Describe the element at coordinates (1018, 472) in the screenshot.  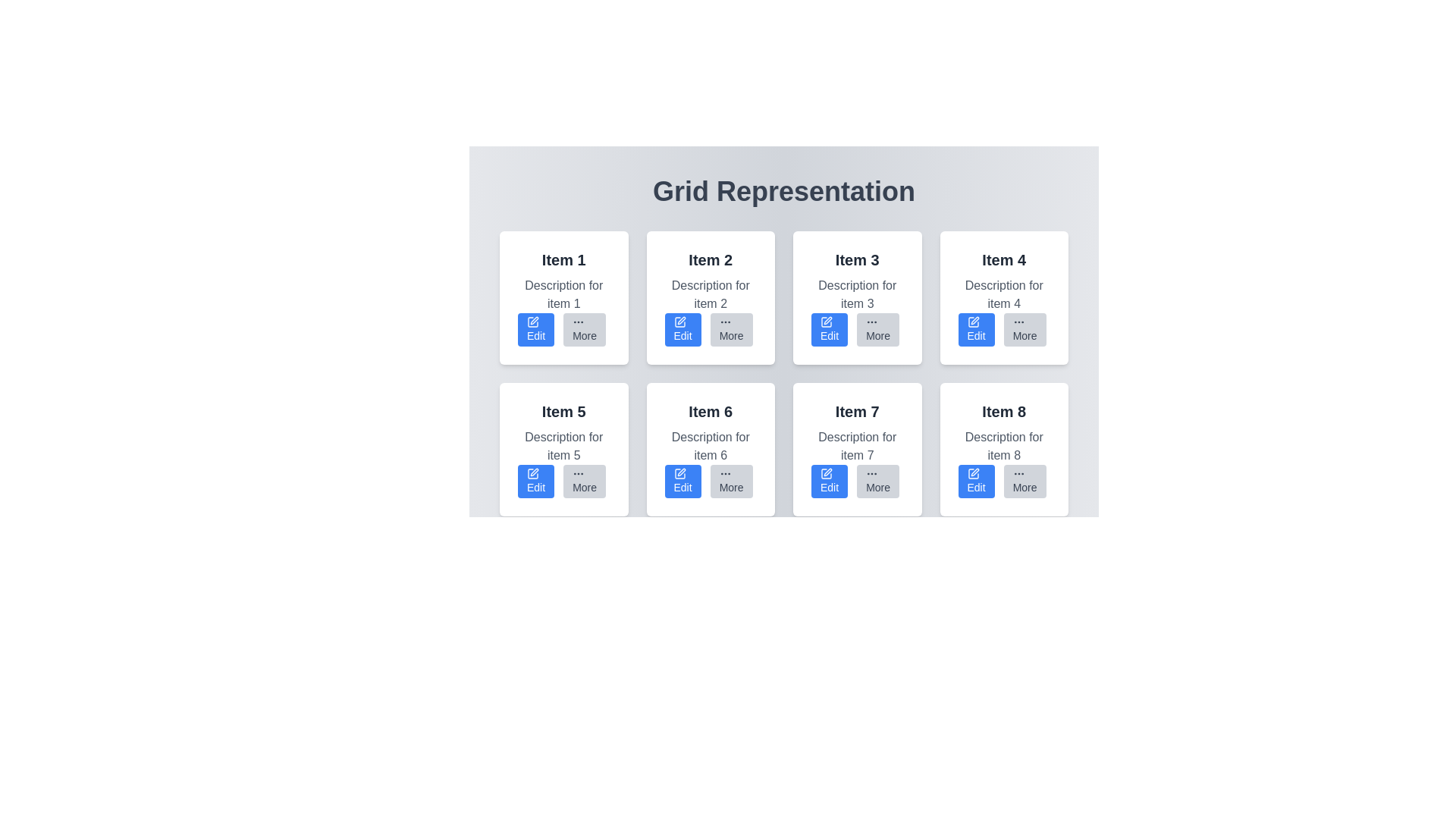
I see `the horizontally-aligned group of three equally spaced dots, styled with gray color, located within the 'More' button of the card for 'Item 8', positioned at the bottom-right corner of the card in a grid layout` at that location.